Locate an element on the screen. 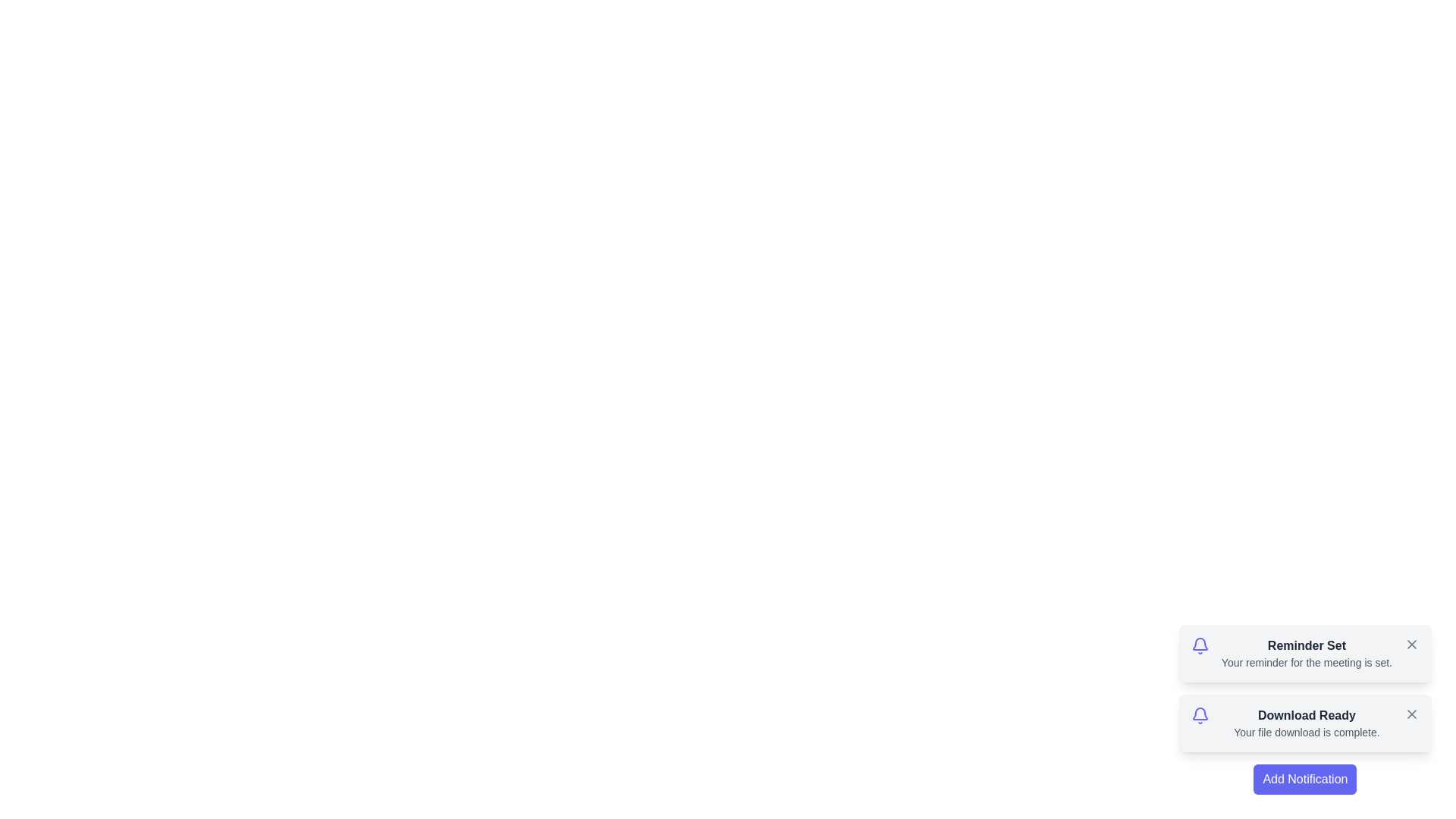 The width and height of the screenshot is (1456, 819). the gray 'X' icon button located at the top-right corner of the 'Download Ready' notification card is located at coordinates (1411, 714).